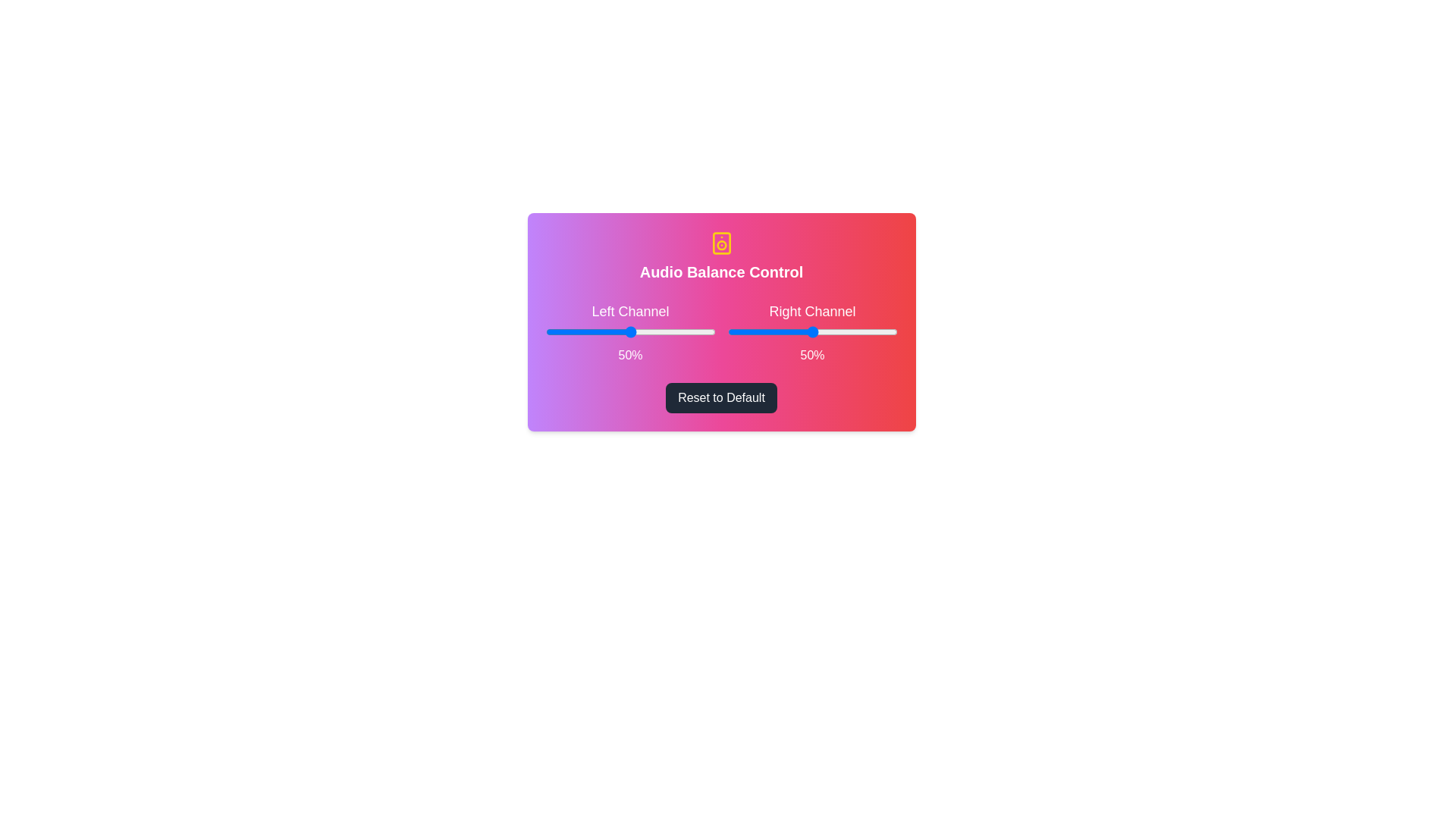 This screenshot has height=819, width=1456. I want to click on the right channel slider to set the volume to 87%, so click(875, 331).